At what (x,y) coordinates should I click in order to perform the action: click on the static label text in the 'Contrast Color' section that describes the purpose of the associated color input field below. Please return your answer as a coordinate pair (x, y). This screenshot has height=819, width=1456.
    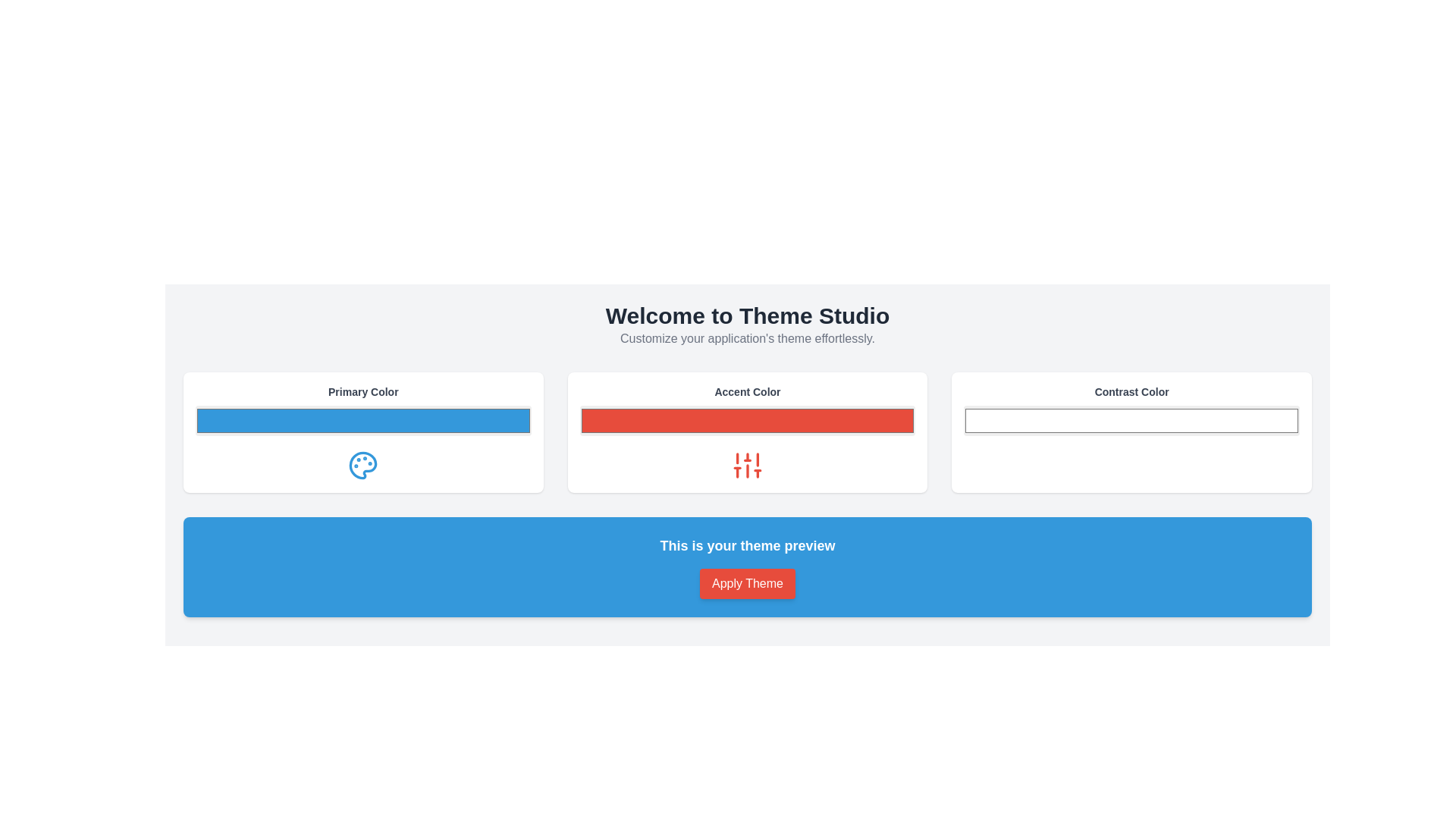
    Looking at the image, I should click on (1131, 391).